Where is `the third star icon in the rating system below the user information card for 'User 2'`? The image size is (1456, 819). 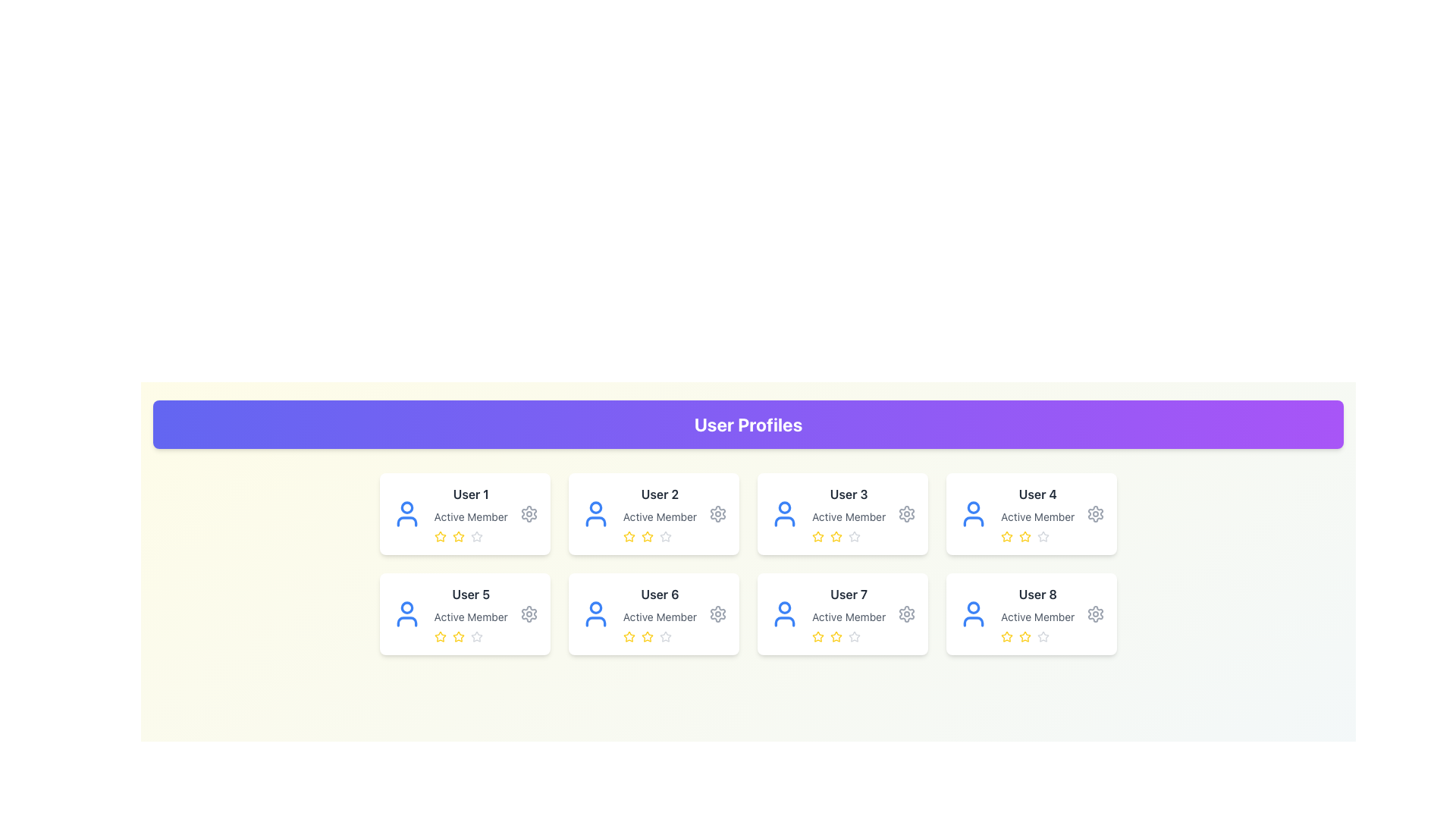
the third star icon in the rating system below the user information card for 'User 2' is located at coordinates (647, 536).